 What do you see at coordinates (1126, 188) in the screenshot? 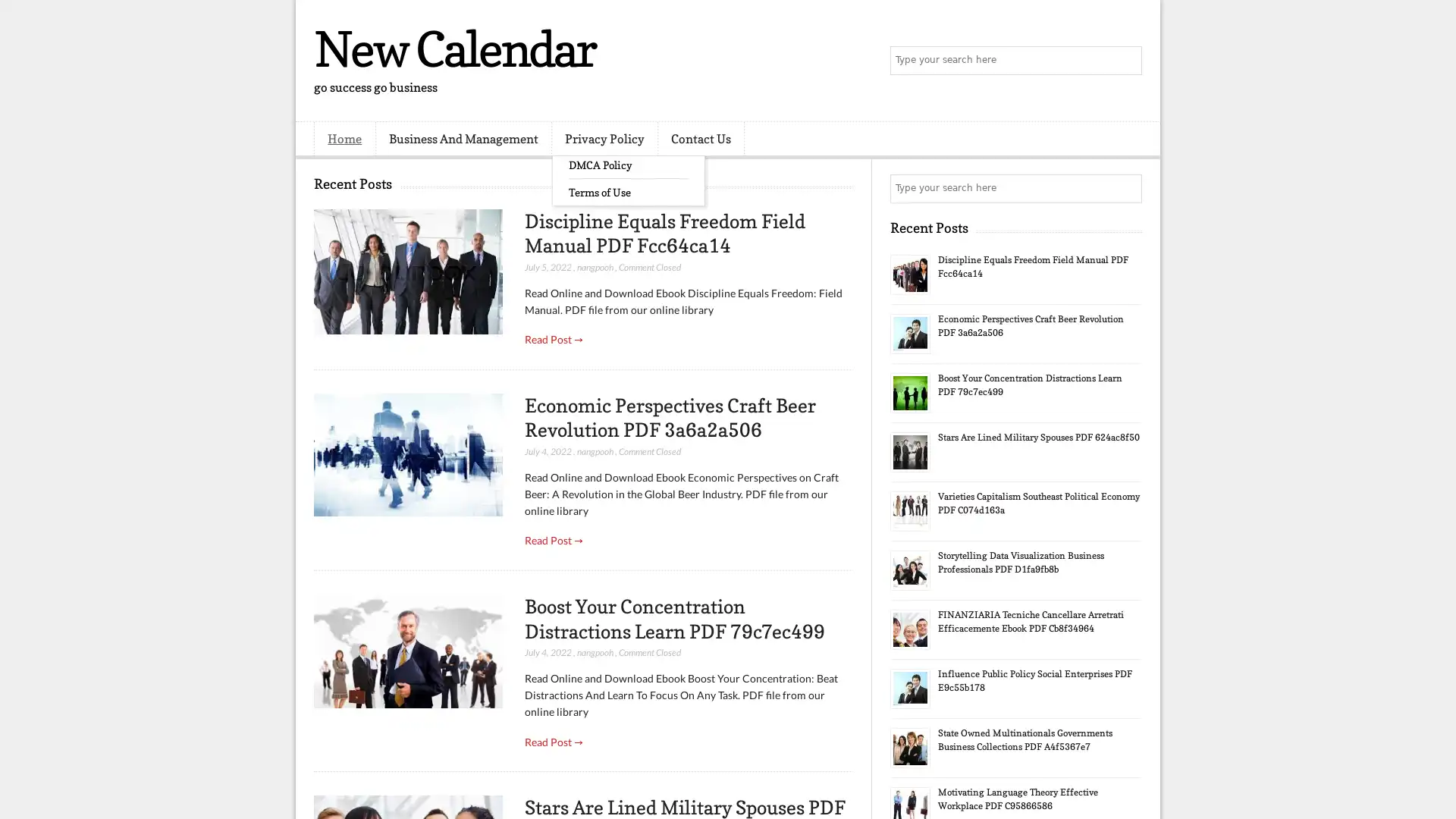
I see `Search` at bounding box center [1126, 188].